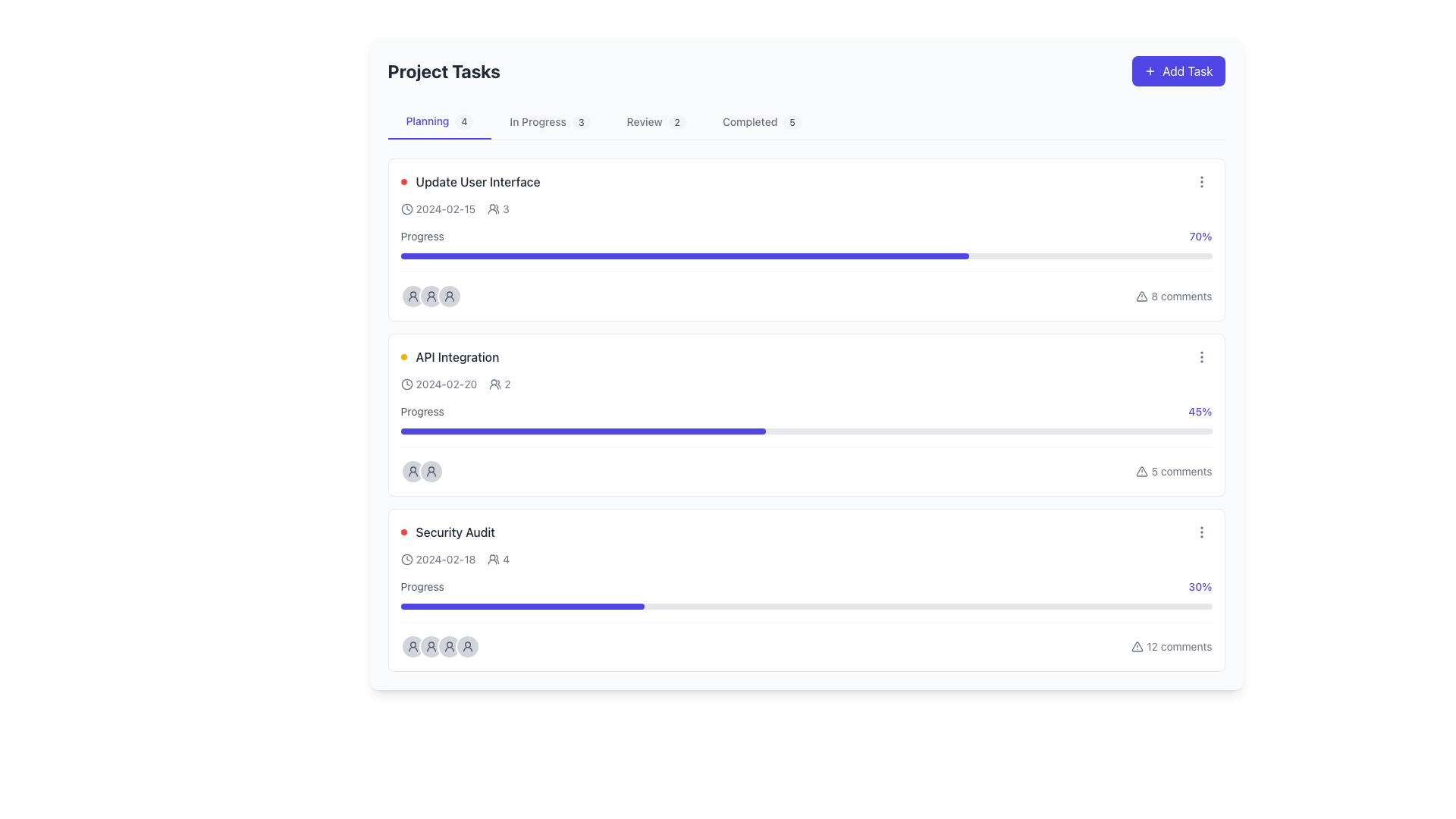 This screenshot has height=819, width=1456. Describe the element at coordinates (1142, 470) in the screenshot. I see `the warning icon located to the left of the '5 comments' text in the 'API Integration' task section to get details about the warning` at that location.